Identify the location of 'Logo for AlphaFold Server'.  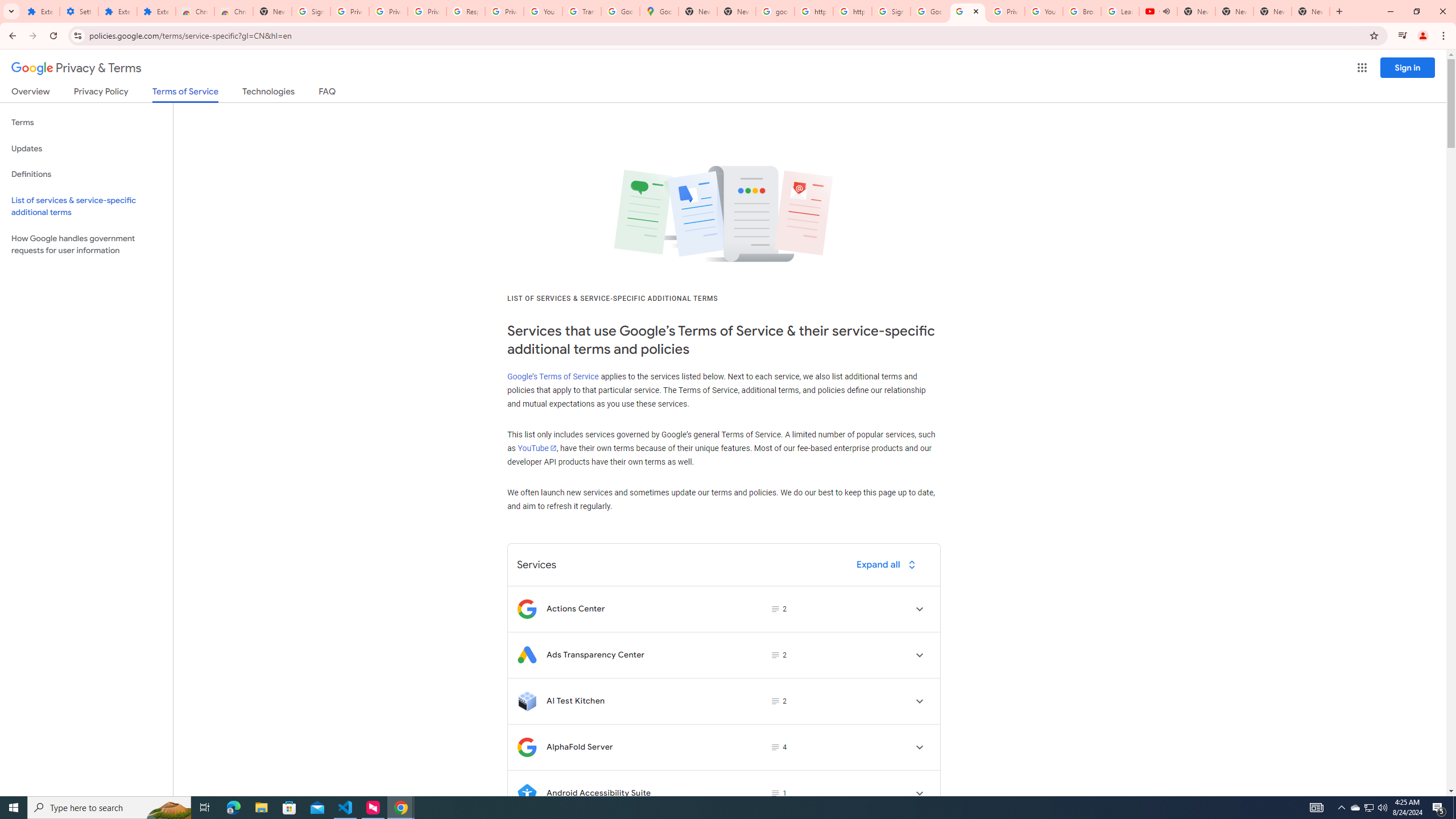
(526, 747).